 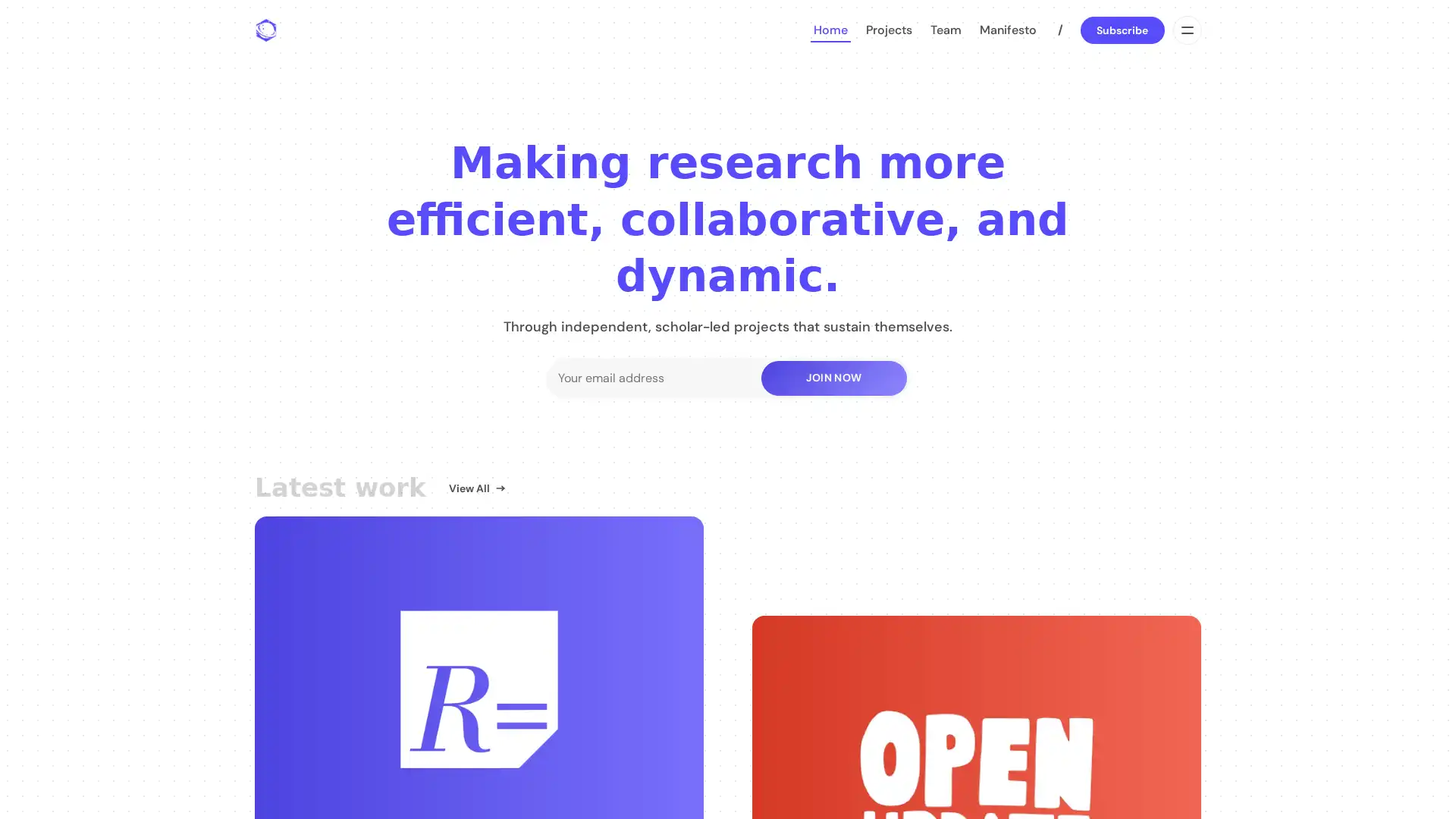 What do you see at coordinates (1185, 30) in the screenshot?
I see `Menu` at bounding box center [1185, 30].